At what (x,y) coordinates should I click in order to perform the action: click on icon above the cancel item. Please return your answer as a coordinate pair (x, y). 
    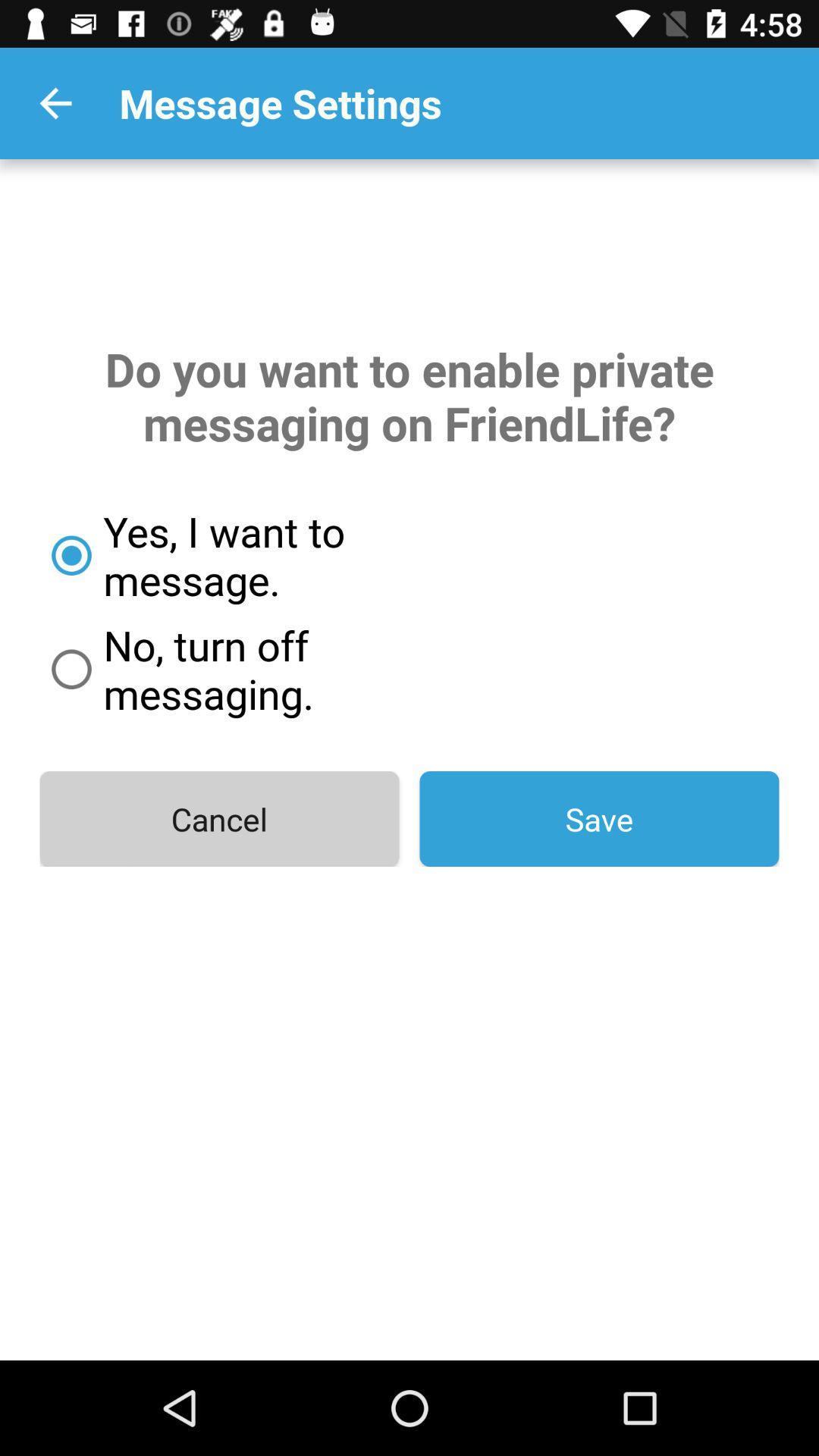
    Looking at the image, I should click on (278, 668).